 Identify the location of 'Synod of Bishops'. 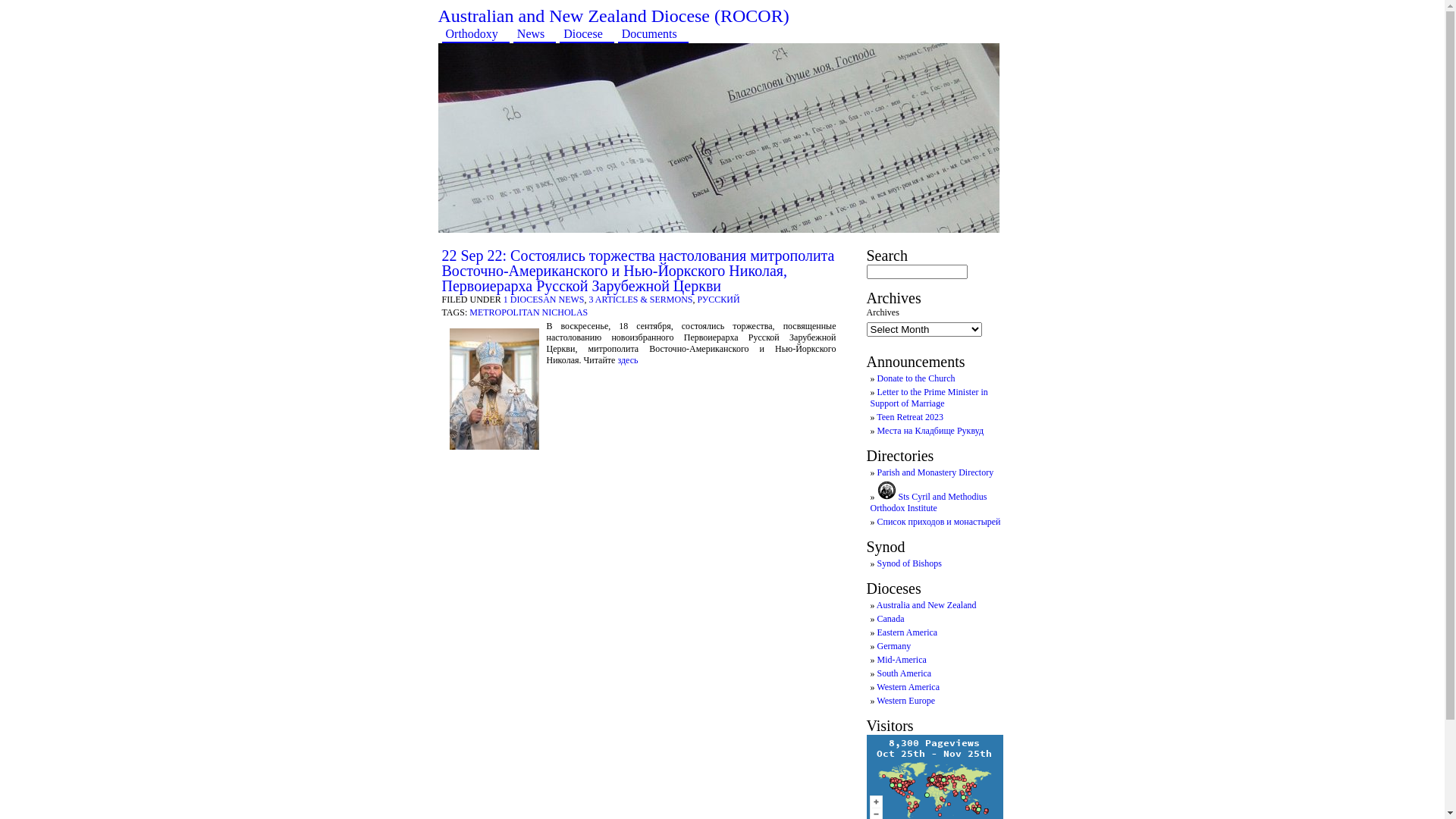
(908, 563).